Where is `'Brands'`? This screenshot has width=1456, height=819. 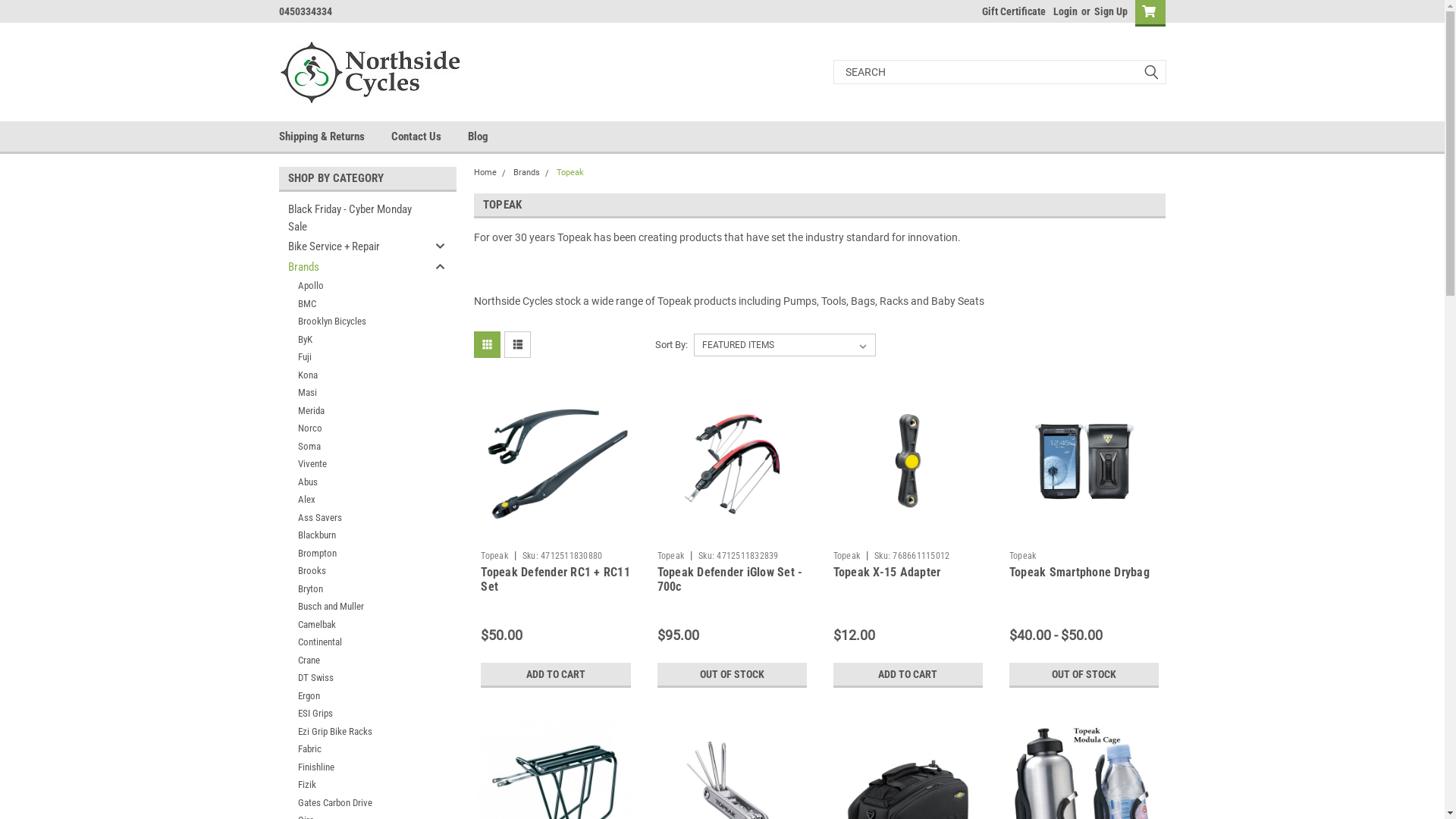 'Brands' is located at coordinates (526, 171).